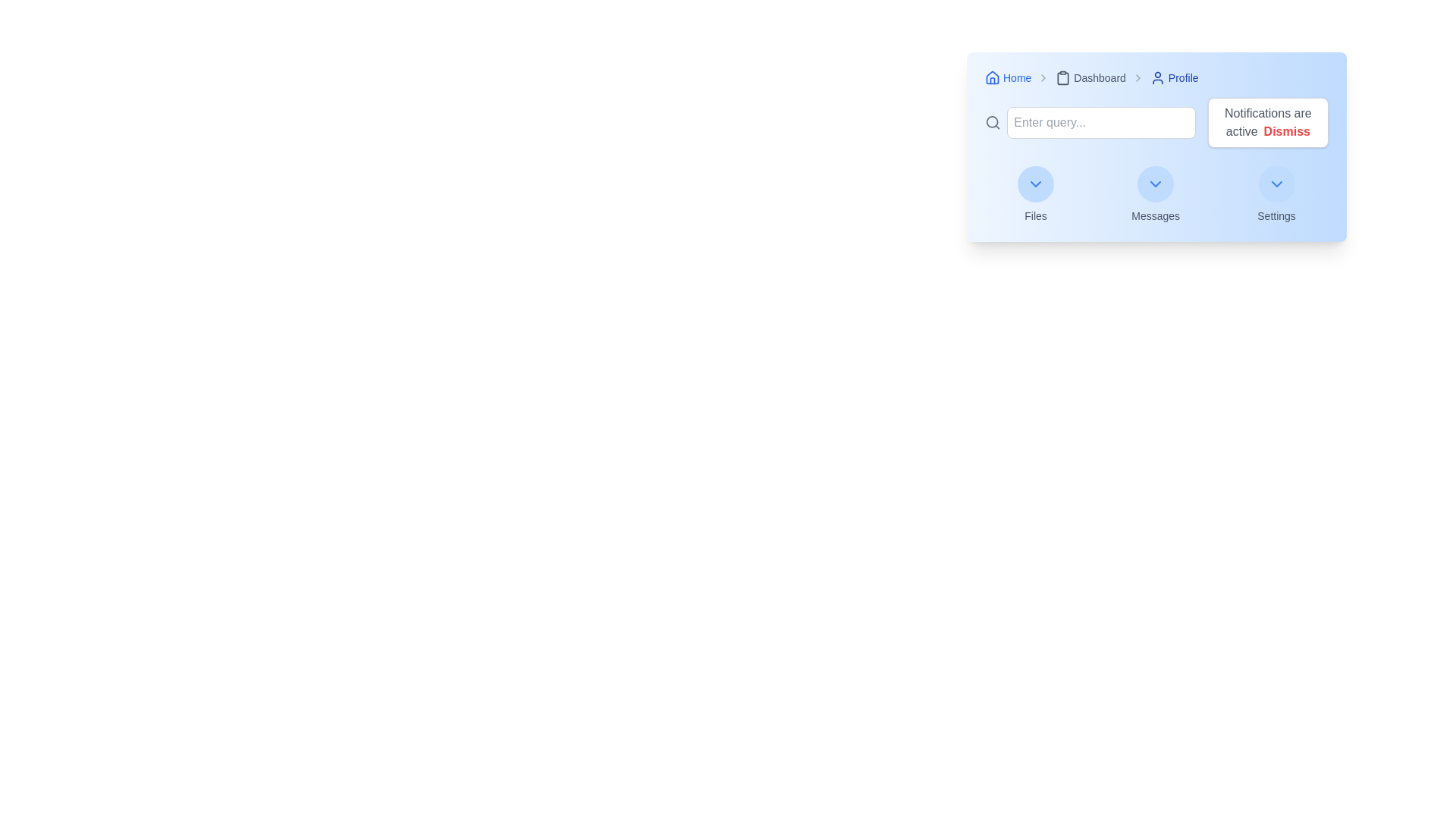 This screenshot has width=1456, height=819. I want to click on the 'Profile' static text label with a user avatar icon, which is the third item in a breadcrumb sequence located in the upper-right section of the UI, so click(1173, 78).